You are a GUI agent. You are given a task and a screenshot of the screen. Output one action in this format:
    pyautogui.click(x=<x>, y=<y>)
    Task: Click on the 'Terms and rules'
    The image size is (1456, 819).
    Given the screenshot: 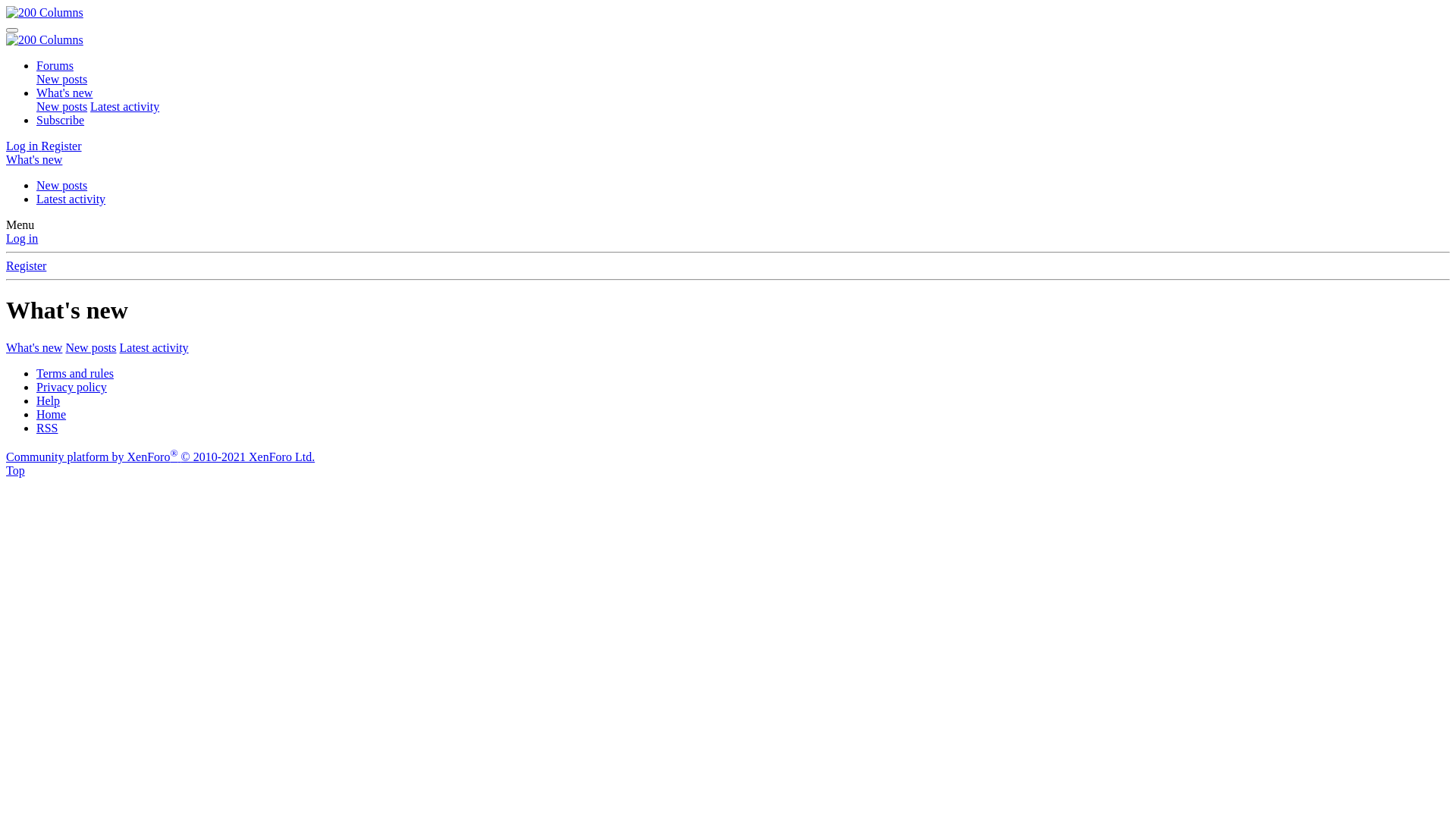 What is the action you would take?
    pyautogui.click(x=74, y=373)
    